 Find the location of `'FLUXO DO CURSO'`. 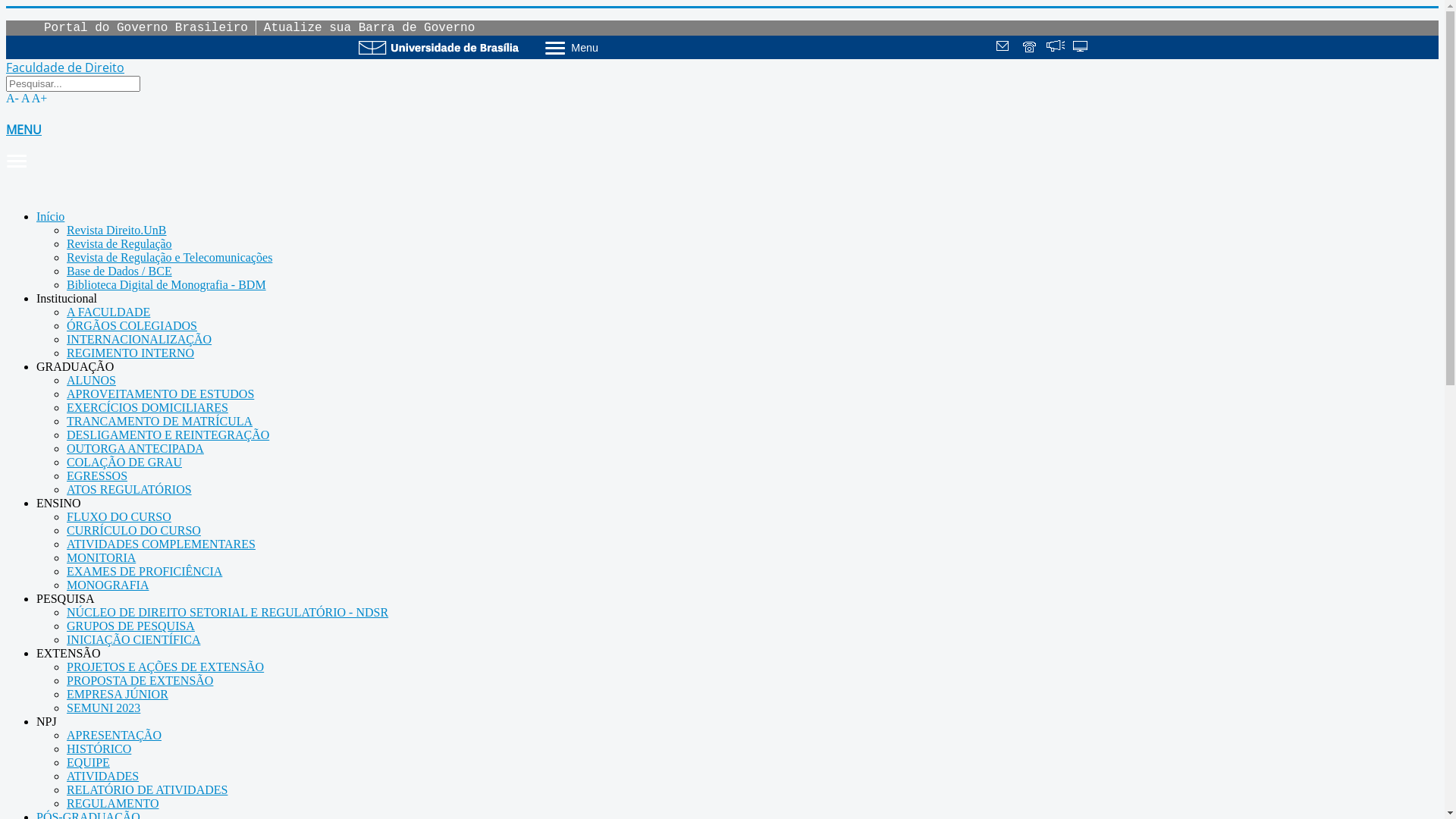

'FLUXO DO CURSO' is located at coordinates (118, 516).